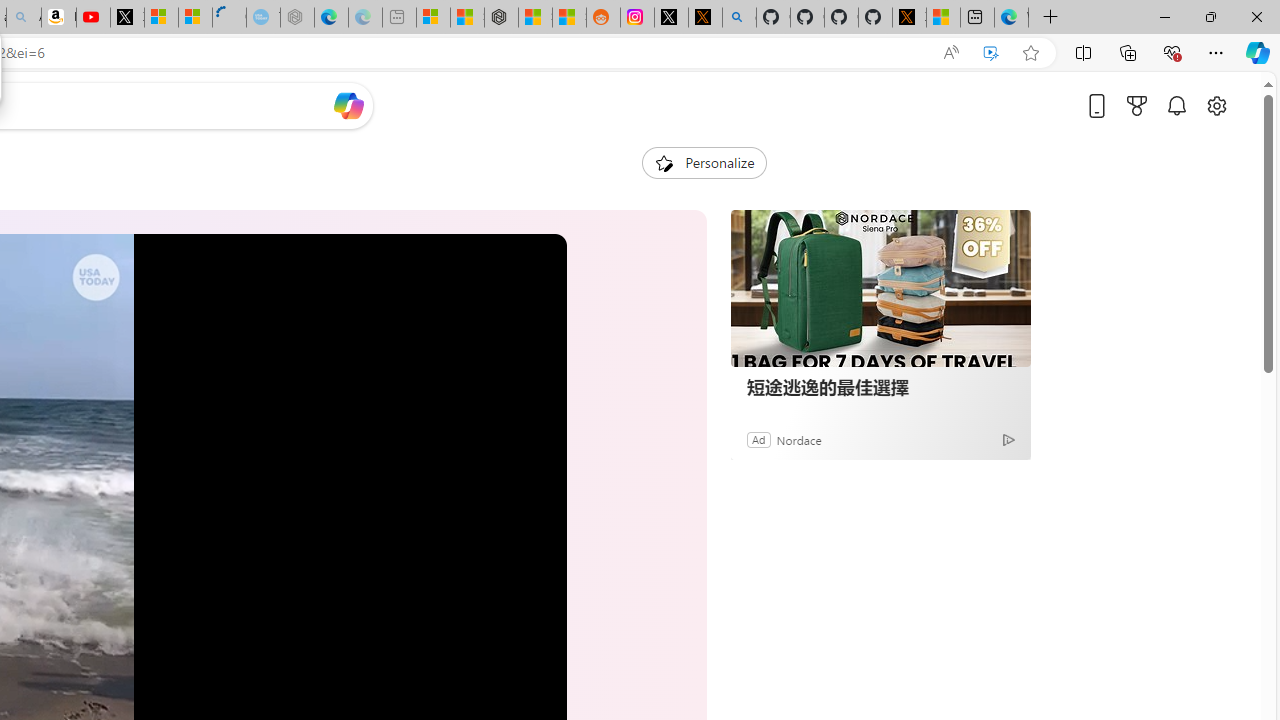 The width and height of the screenshot is (1280, 720). I want to click on 'Shanghai, China Weather trends | Microsoft Weather', so click(568, 17).